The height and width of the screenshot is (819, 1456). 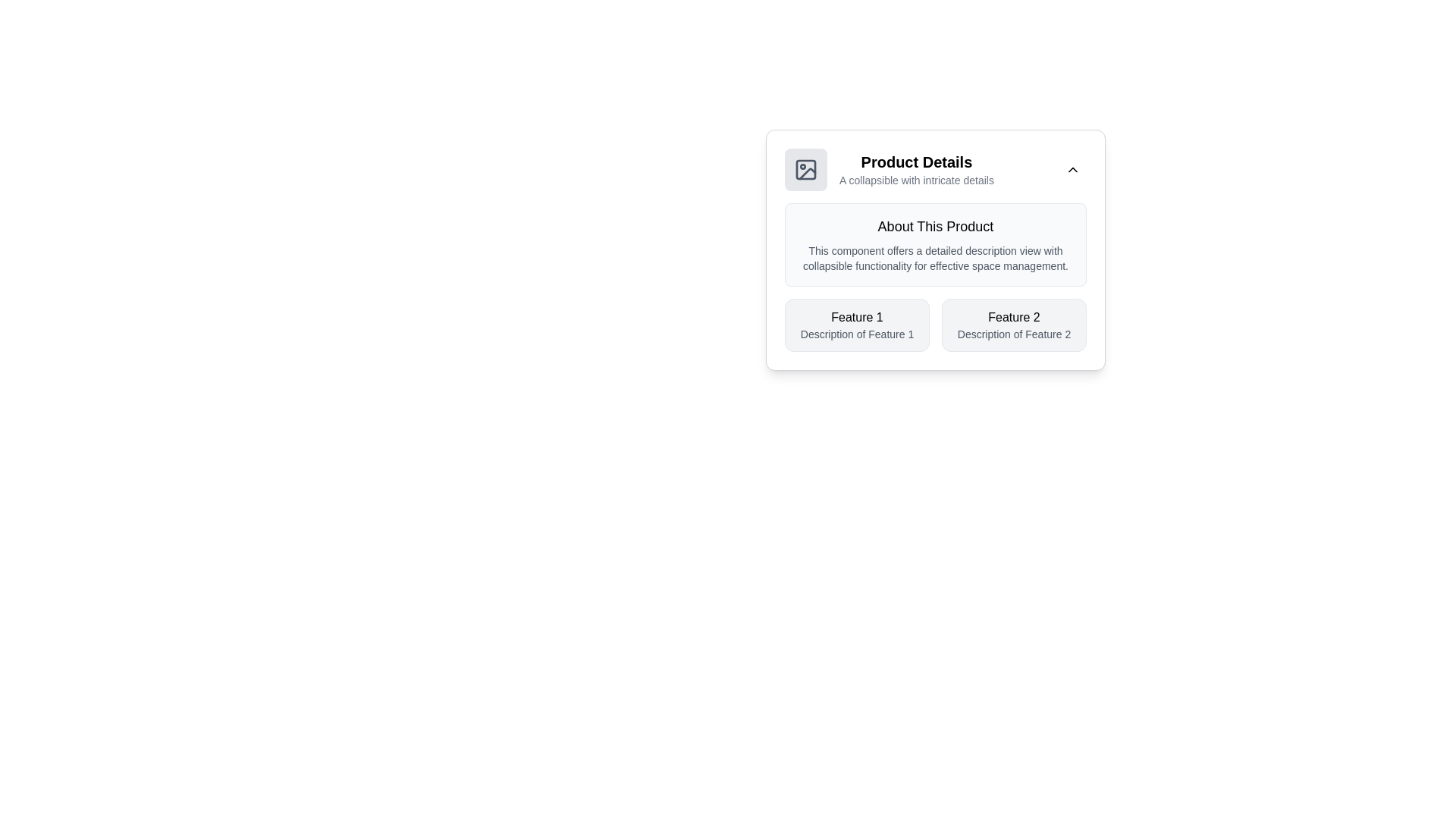 I want to click on the Text Display element, which is a block of small gray text located below the heading in the 'About This Product' section, so click(x=934, y=257).